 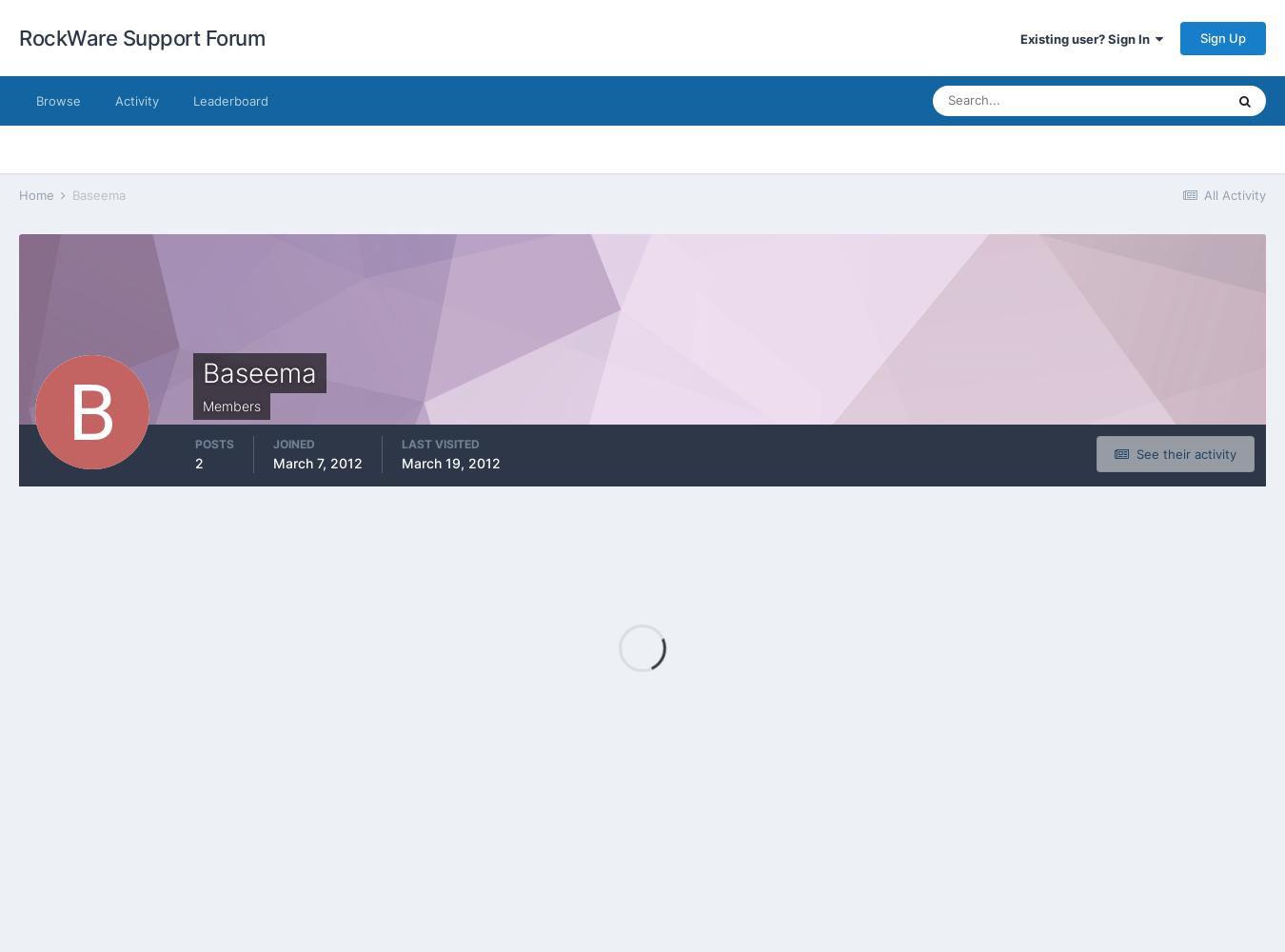 I want to click on 'Existing user? Sign In', so click(x=1087, y=38).